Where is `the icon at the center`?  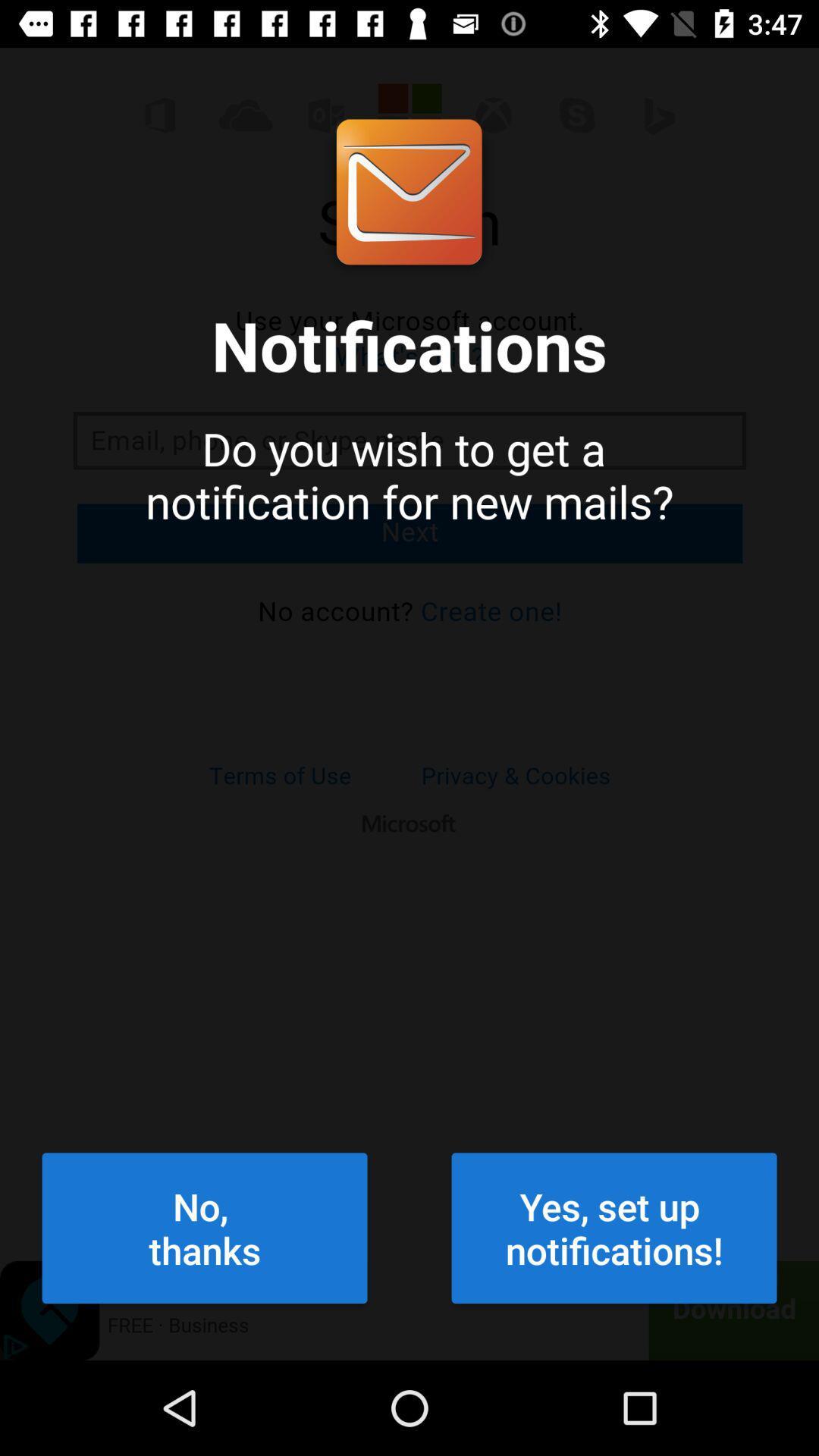
the icon at the center is located at coordinates (409, 654).